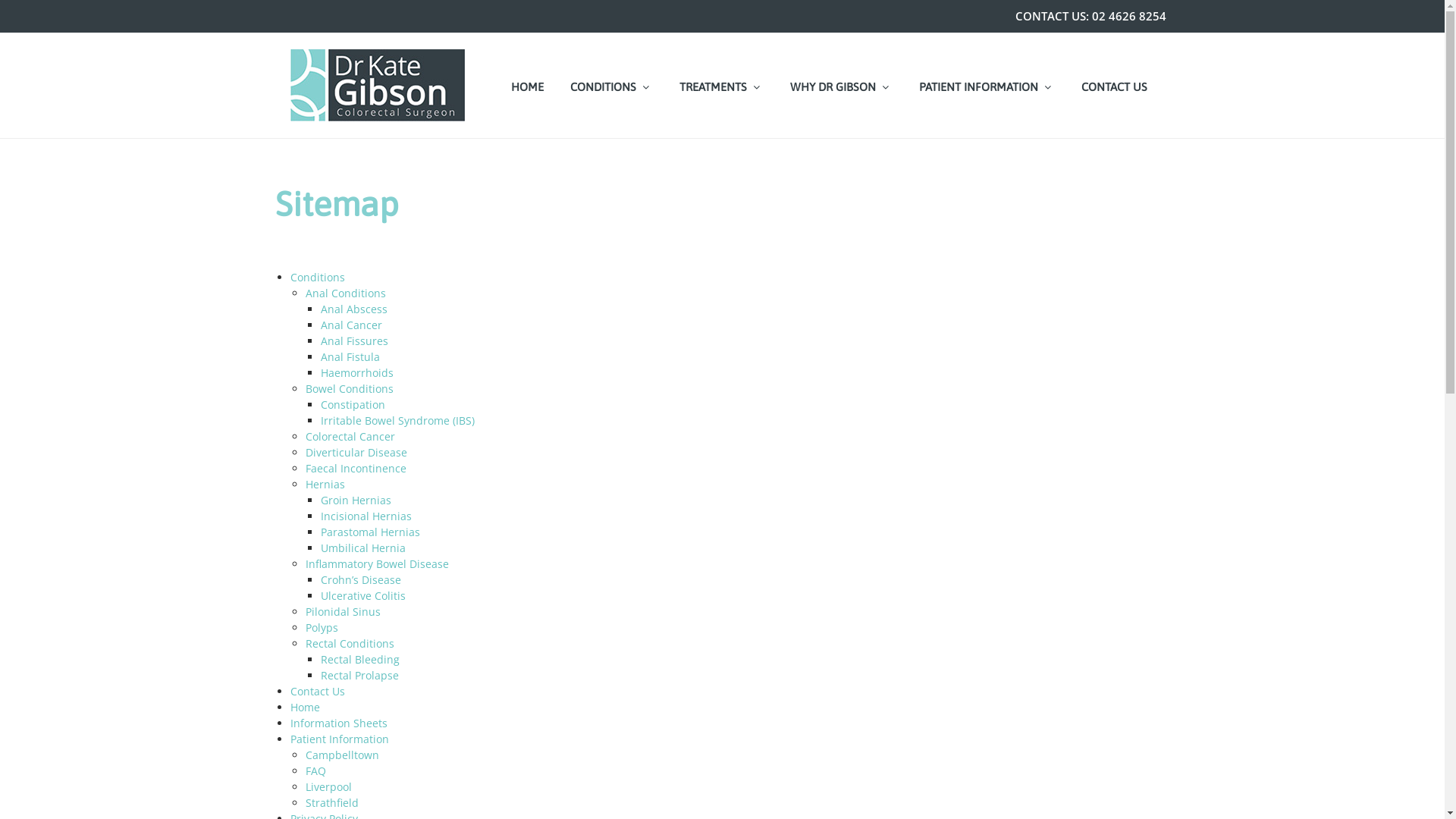 This screenshot has width=1456, height=819. I want to click on 'Faecal Incontinence', so click(304, 467).